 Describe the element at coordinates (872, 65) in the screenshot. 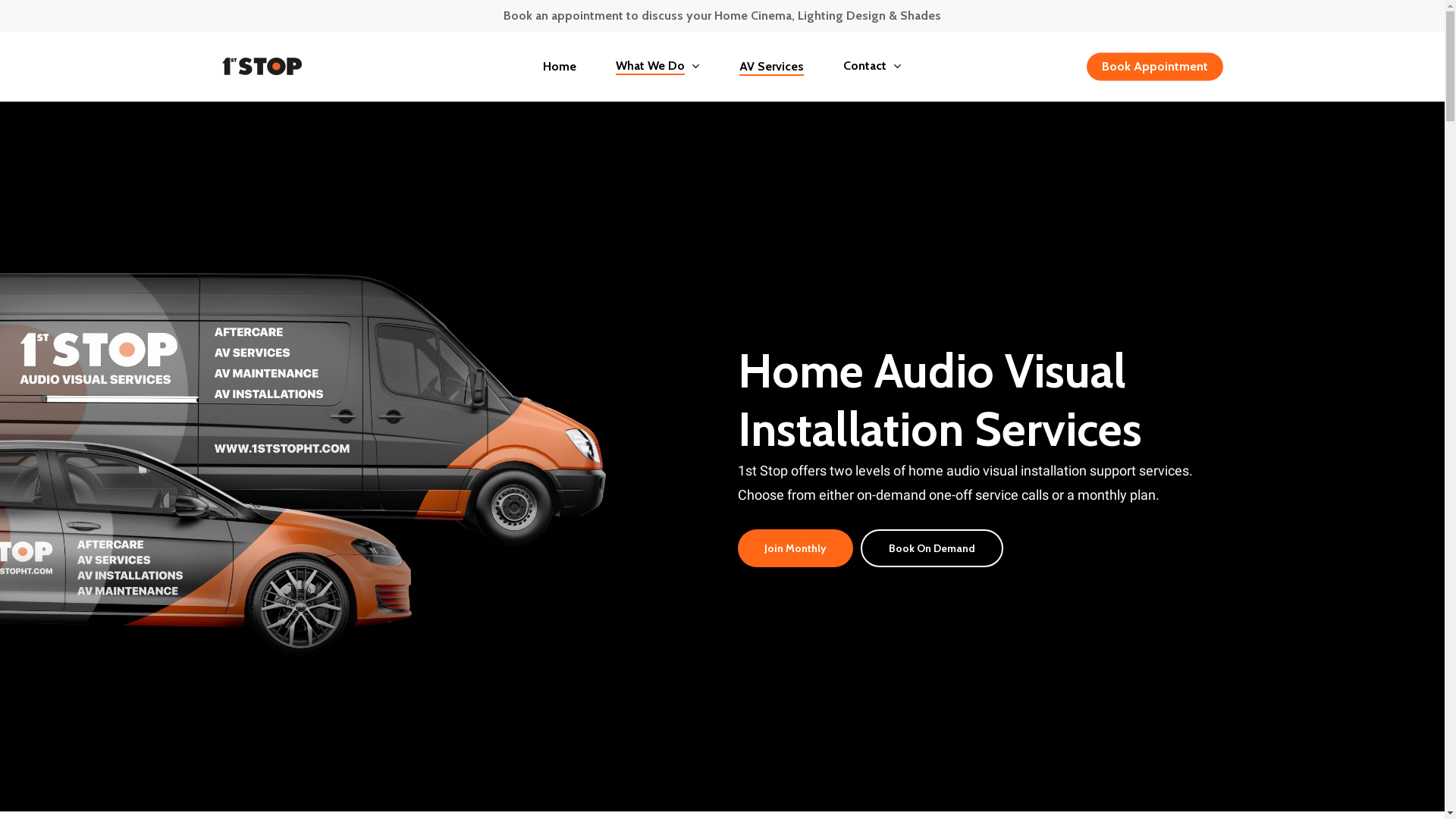

I see `'Contact'` at that location.